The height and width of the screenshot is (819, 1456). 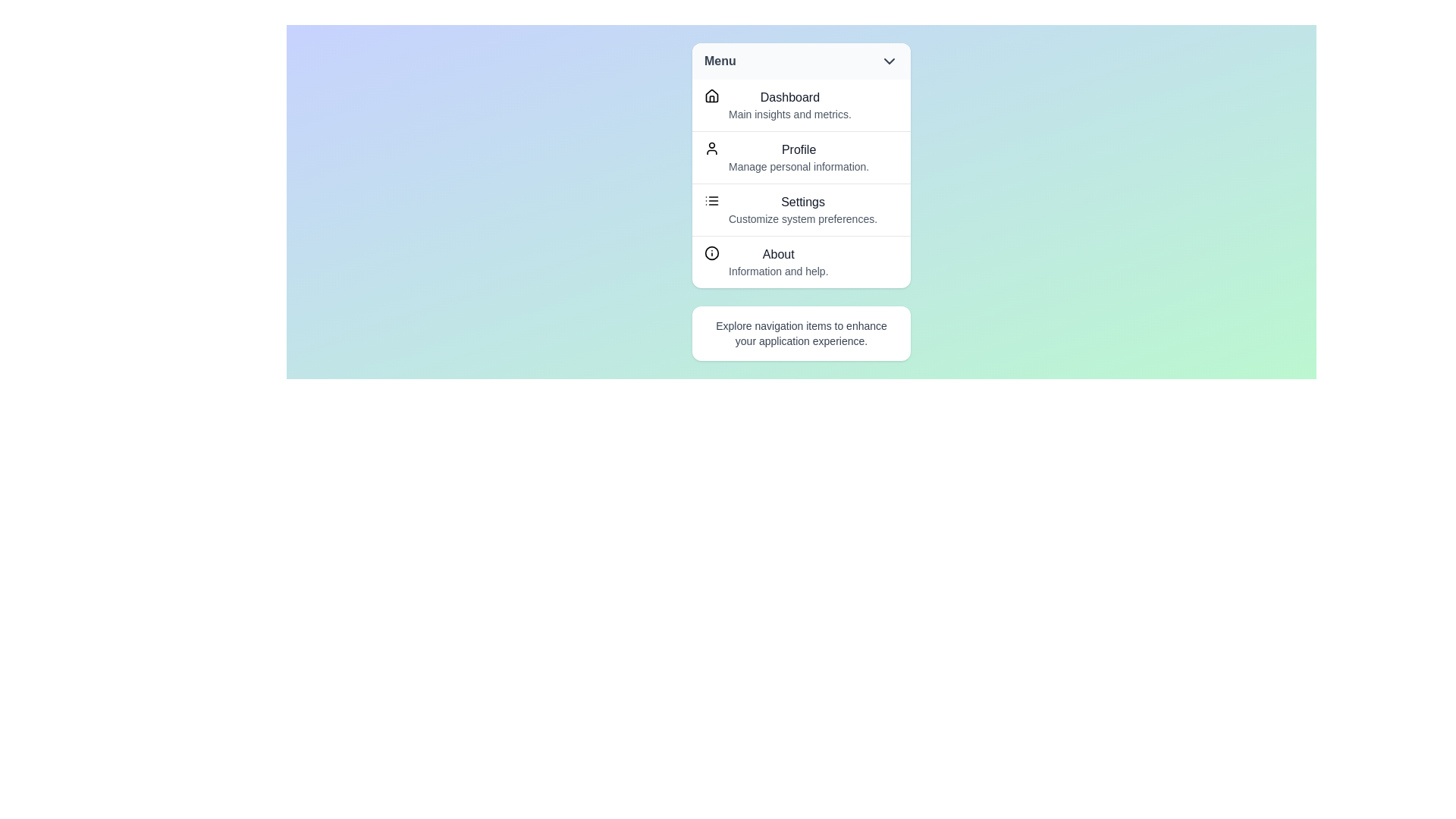 I want to click on the icon next to the menu item labeled About, so click(x=711, y=253).